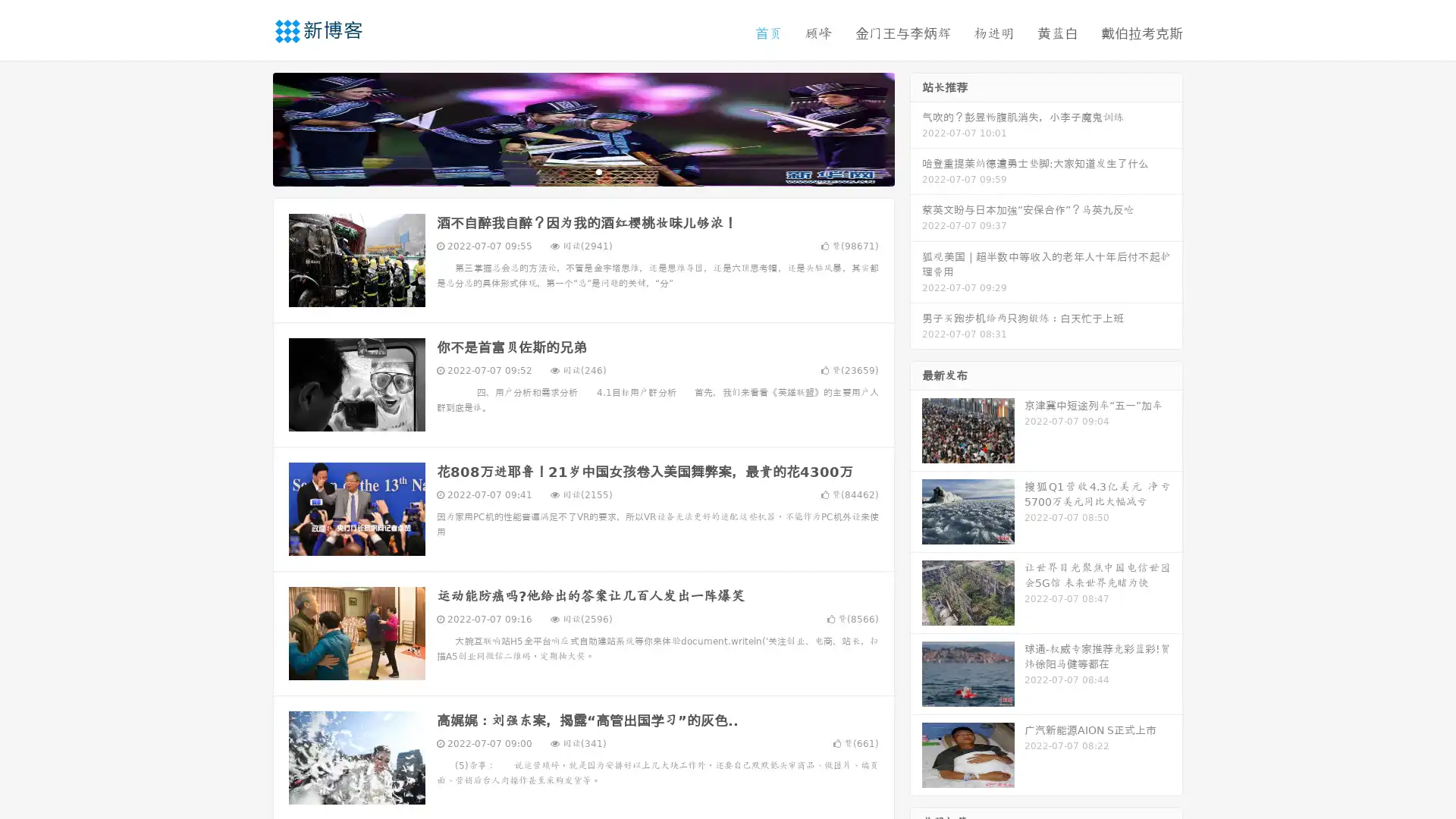  Describe the element at coordinates (250, 127) in the screenshot. I see `Previous slide` at that location.